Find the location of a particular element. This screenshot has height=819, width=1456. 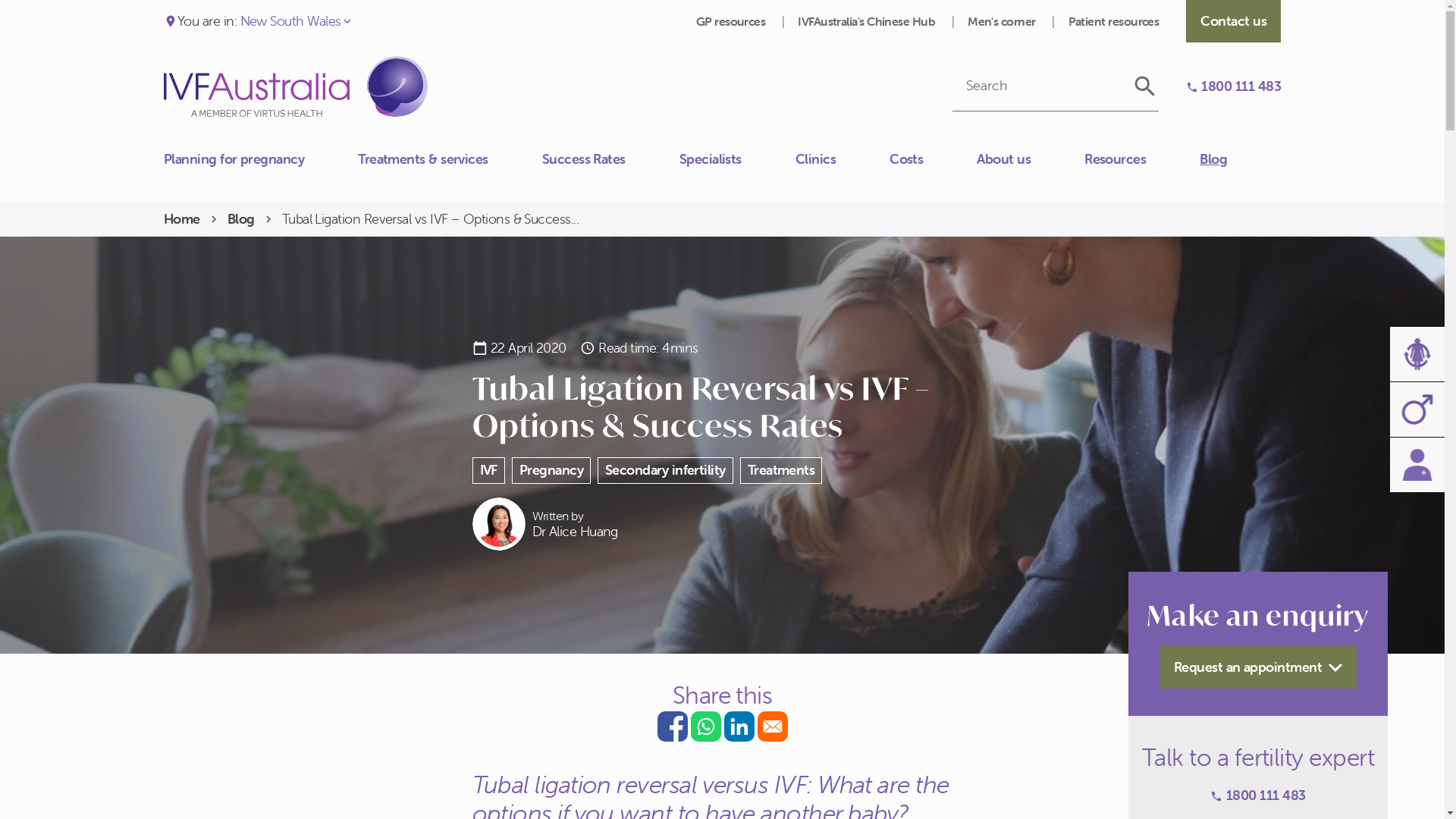

'Specialists' is located at coordinates (737, 158).